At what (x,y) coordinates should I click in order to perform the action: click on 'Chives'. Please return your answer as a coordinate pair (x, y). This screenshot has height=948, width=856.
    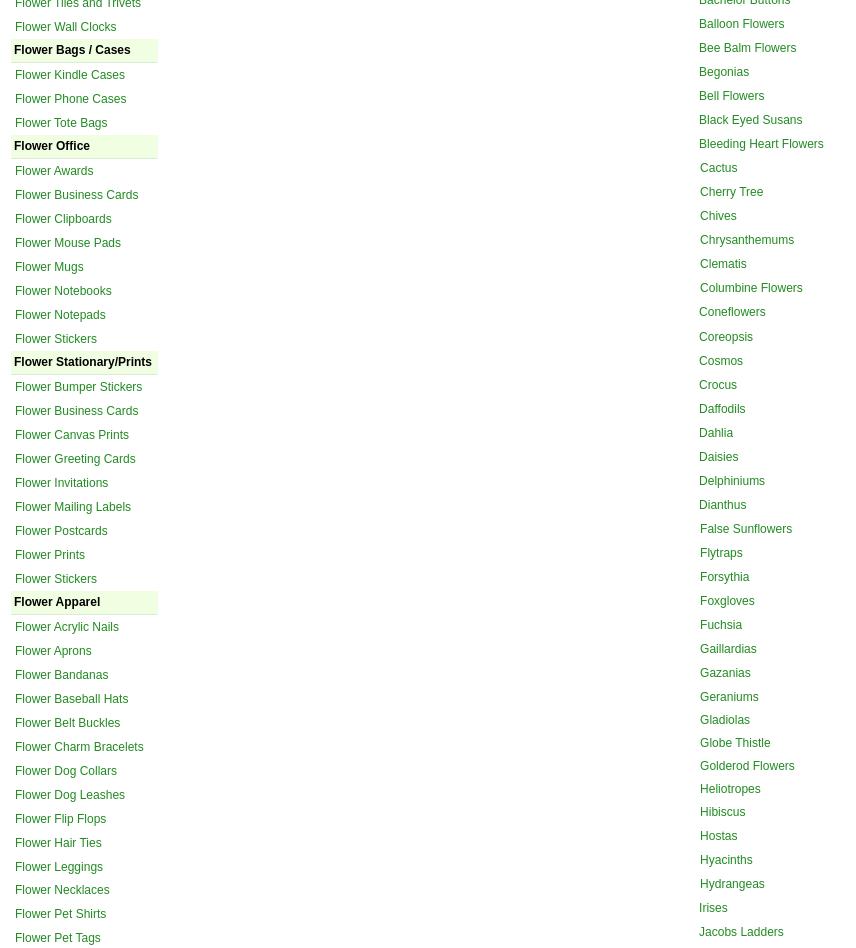
    Looking at the image, I should click on (718, 214).